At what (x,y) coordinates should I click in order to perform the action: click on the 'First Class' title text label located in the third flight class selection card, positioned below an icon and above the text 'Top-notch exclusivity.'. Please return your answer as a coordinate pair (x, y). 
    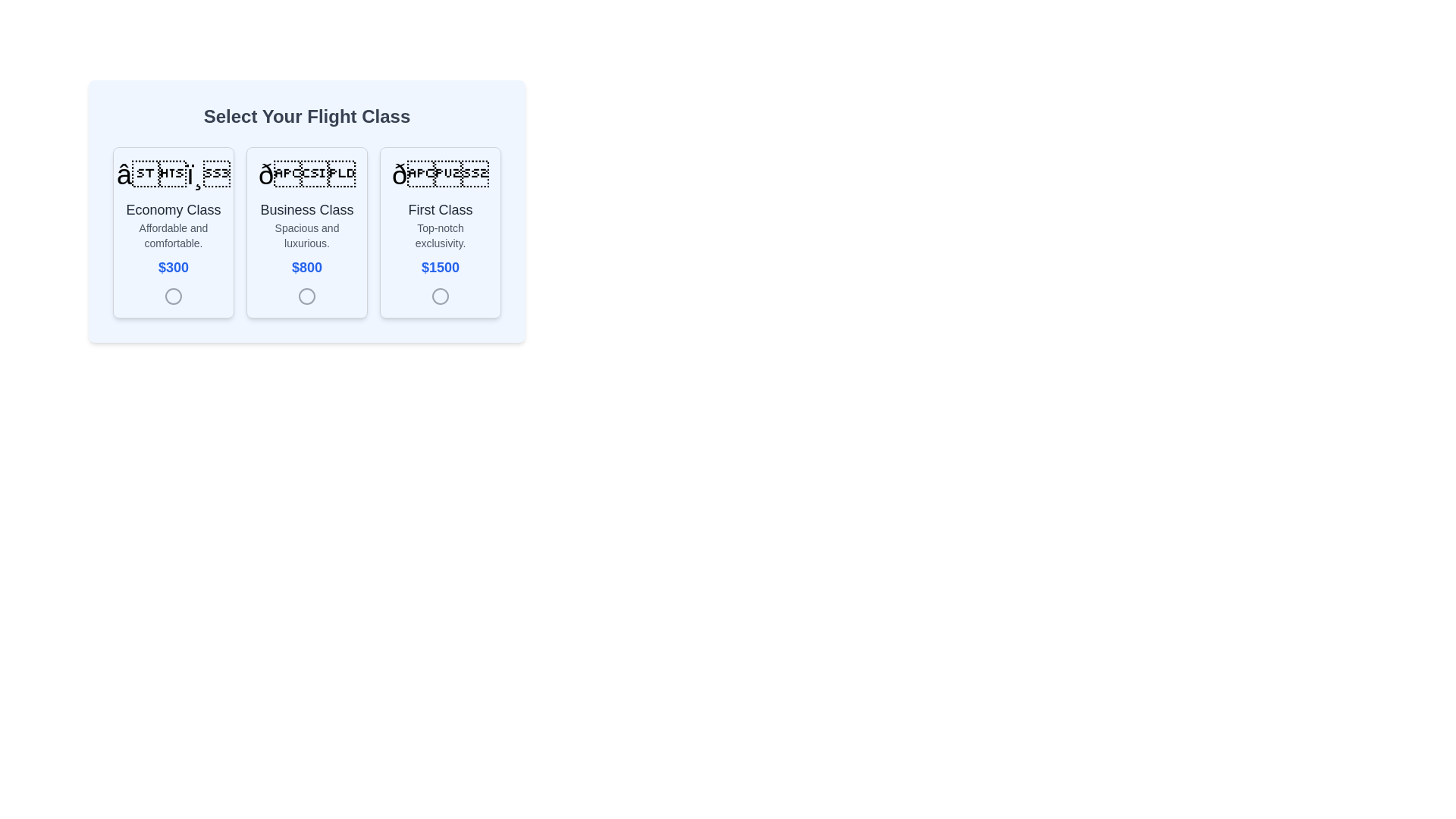
    Looking at the image, I should click on (439, 210).